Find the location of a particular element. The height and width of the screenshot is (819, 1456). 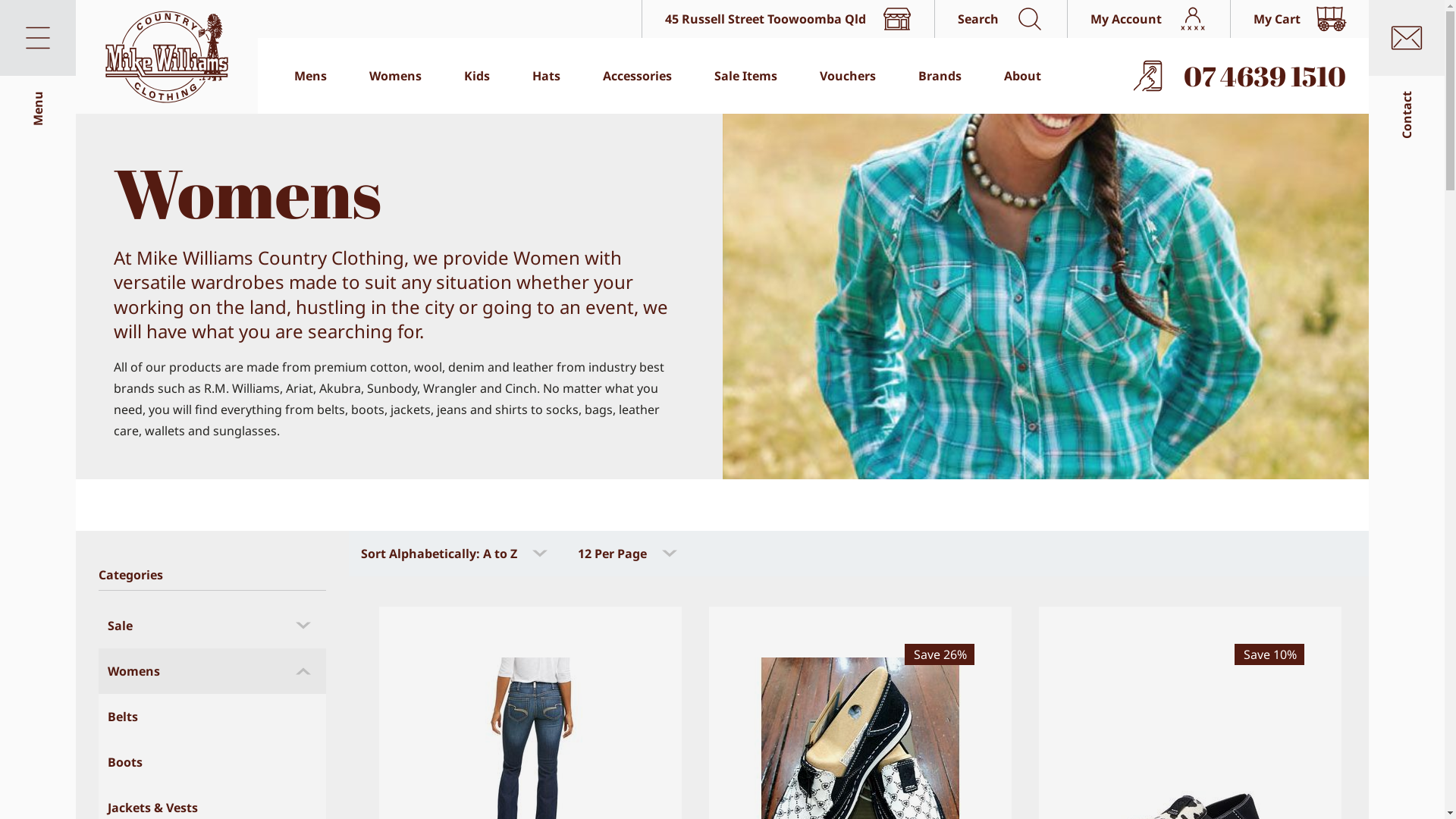

'12 Per Page' is located at coordinates (629, 553).